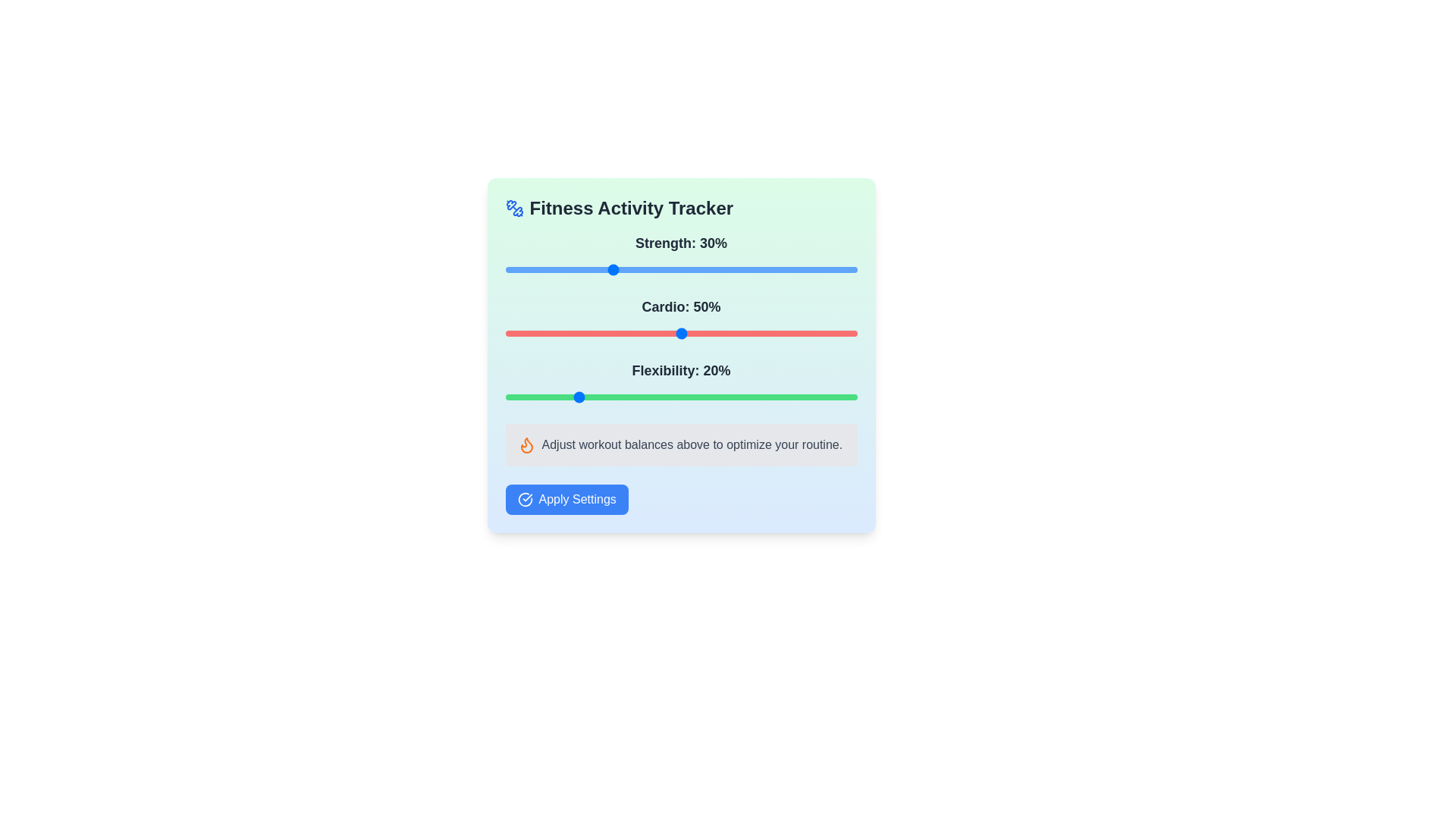  What do you see at coordinates (680, 307) in the screenshot?
I see `the text label displaying 'Cardio: 50%' which is centrally aligned in the fitness tracking interface, positioned above the progress bar` at bounding box center [680, 307].